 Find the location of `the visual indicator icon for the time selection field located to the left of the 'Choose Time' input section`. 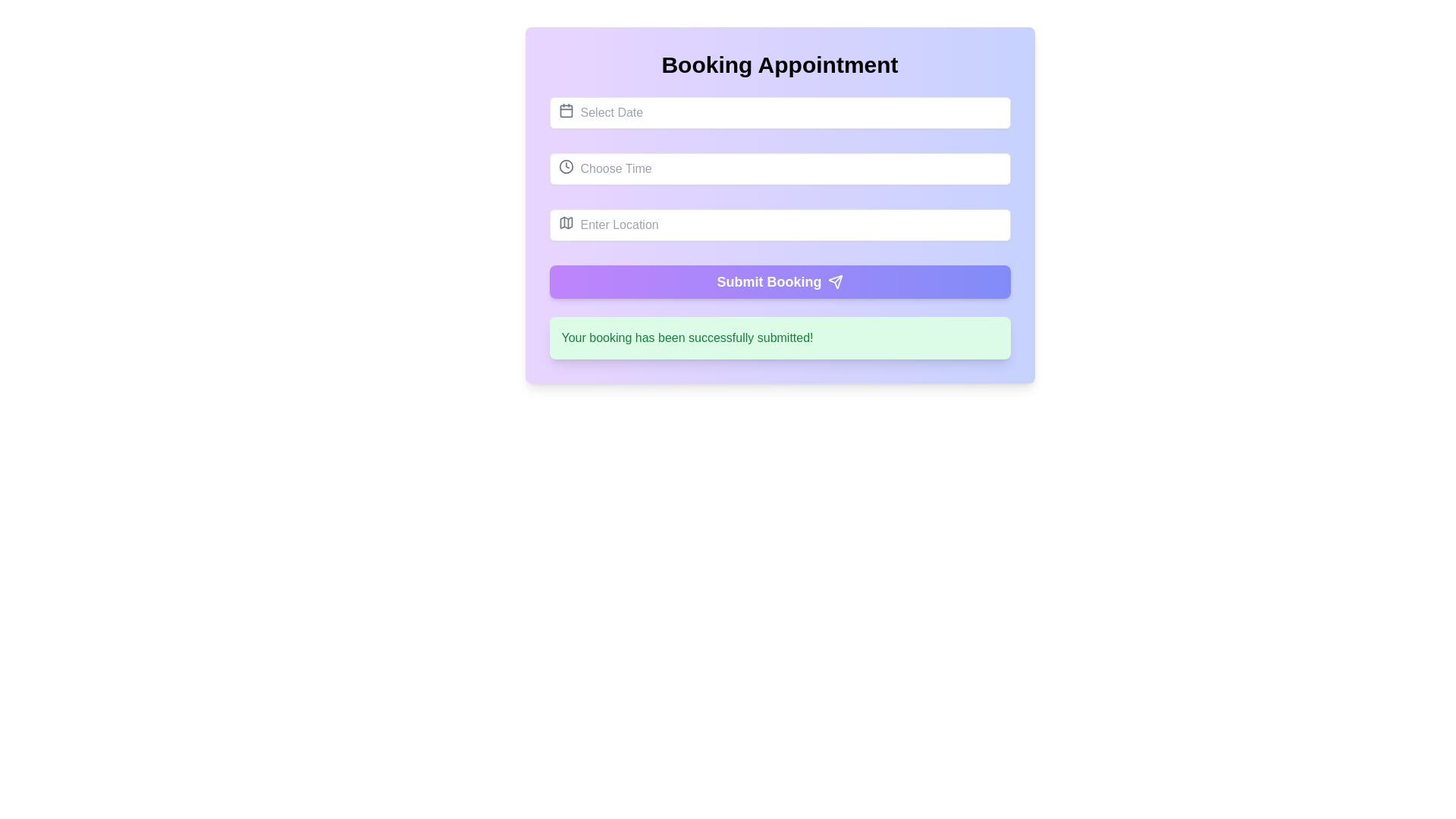

the visual indicator icon for the time selection field located to the left of the 'Choose Time' input section is located at coordinates (565, 166).